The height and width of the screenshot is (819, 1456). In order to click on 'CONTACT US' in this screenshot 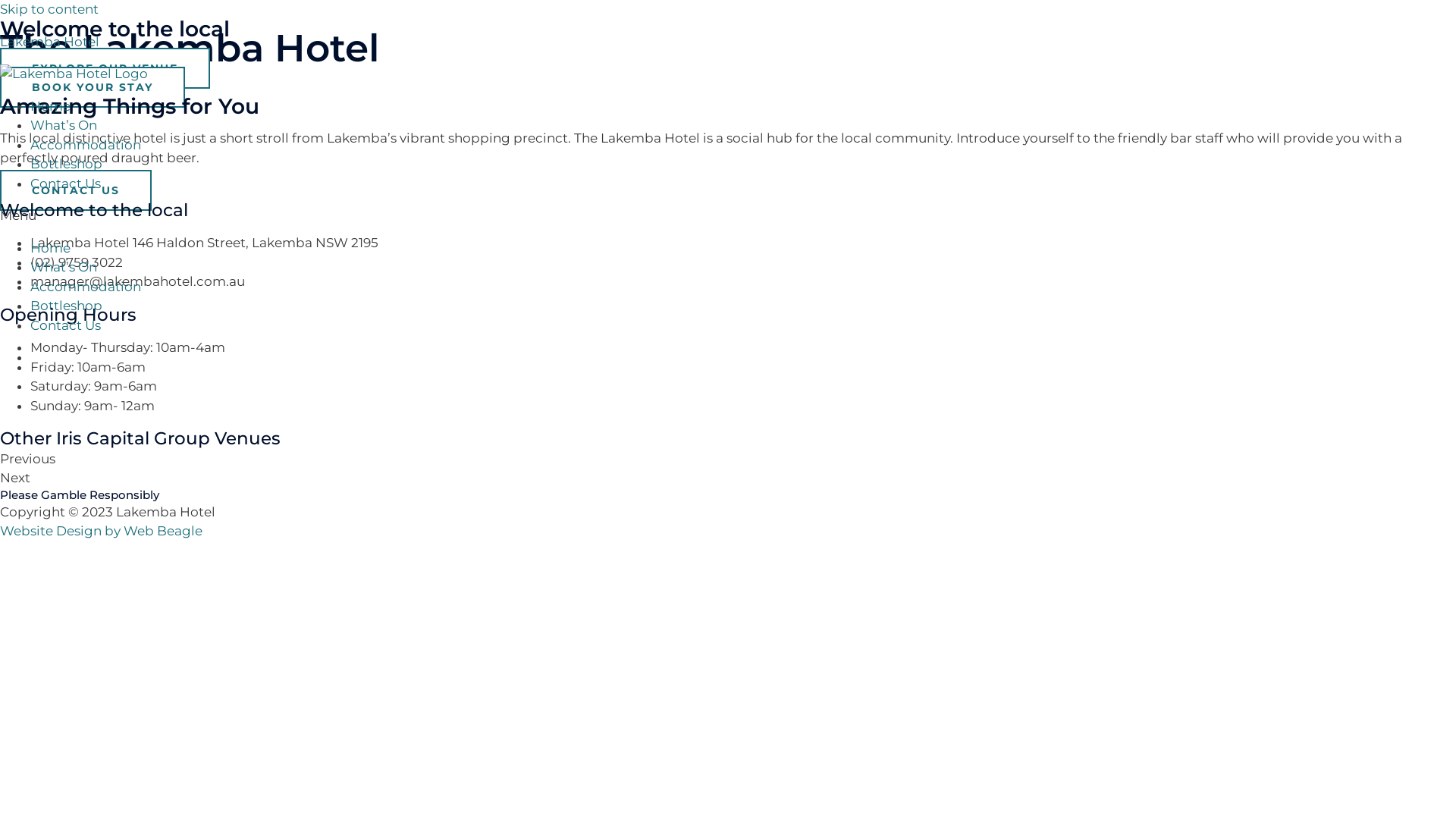, I will do `click(75, 189)`.